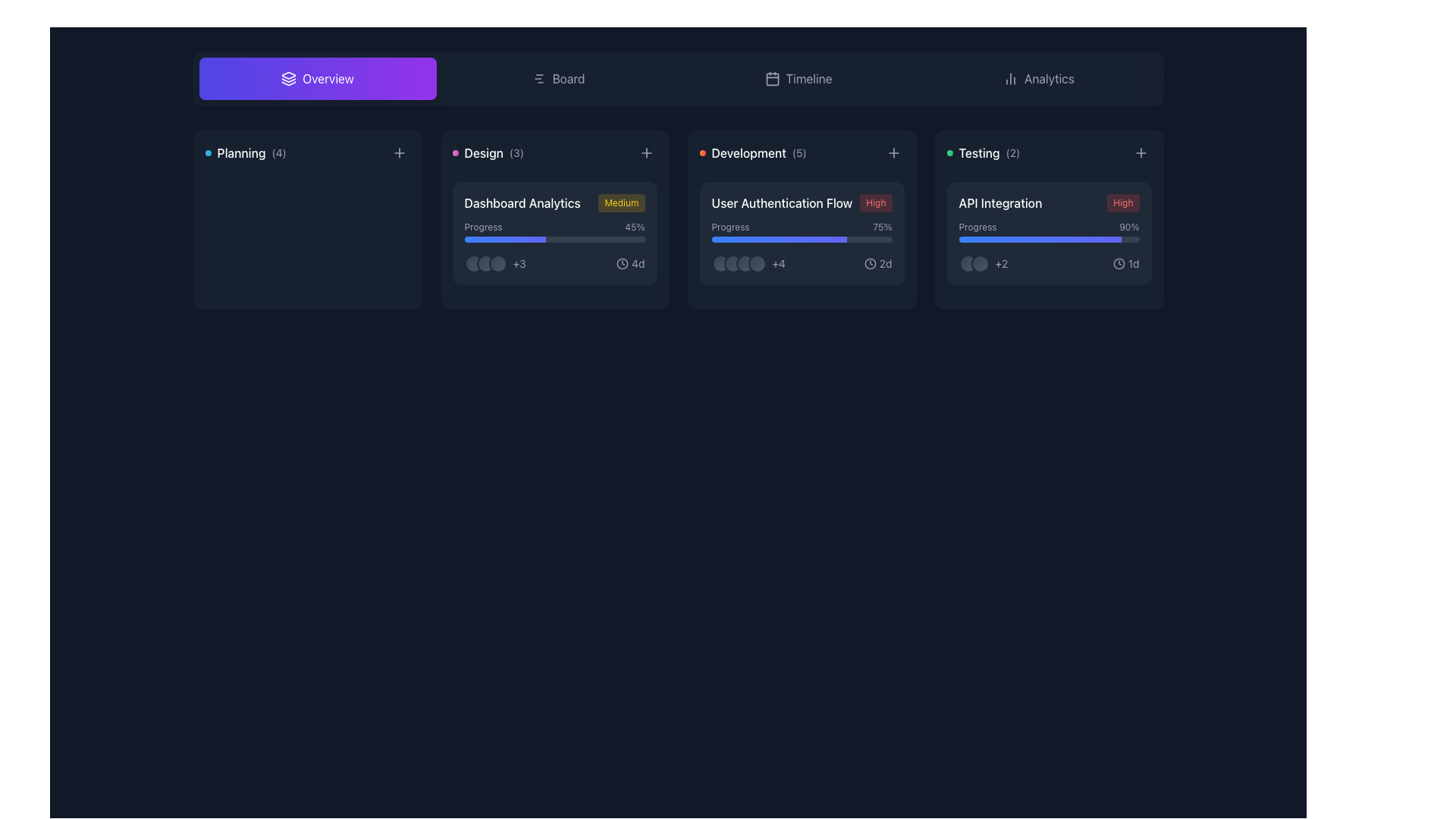 This screenshot has height=819, width=1456. I want to click on text from the Label indicating 'User Authentication Flow' with a priority badge showing 'High' in red, located in the top-left corner of the 'Development' category card, so click(801, 202).